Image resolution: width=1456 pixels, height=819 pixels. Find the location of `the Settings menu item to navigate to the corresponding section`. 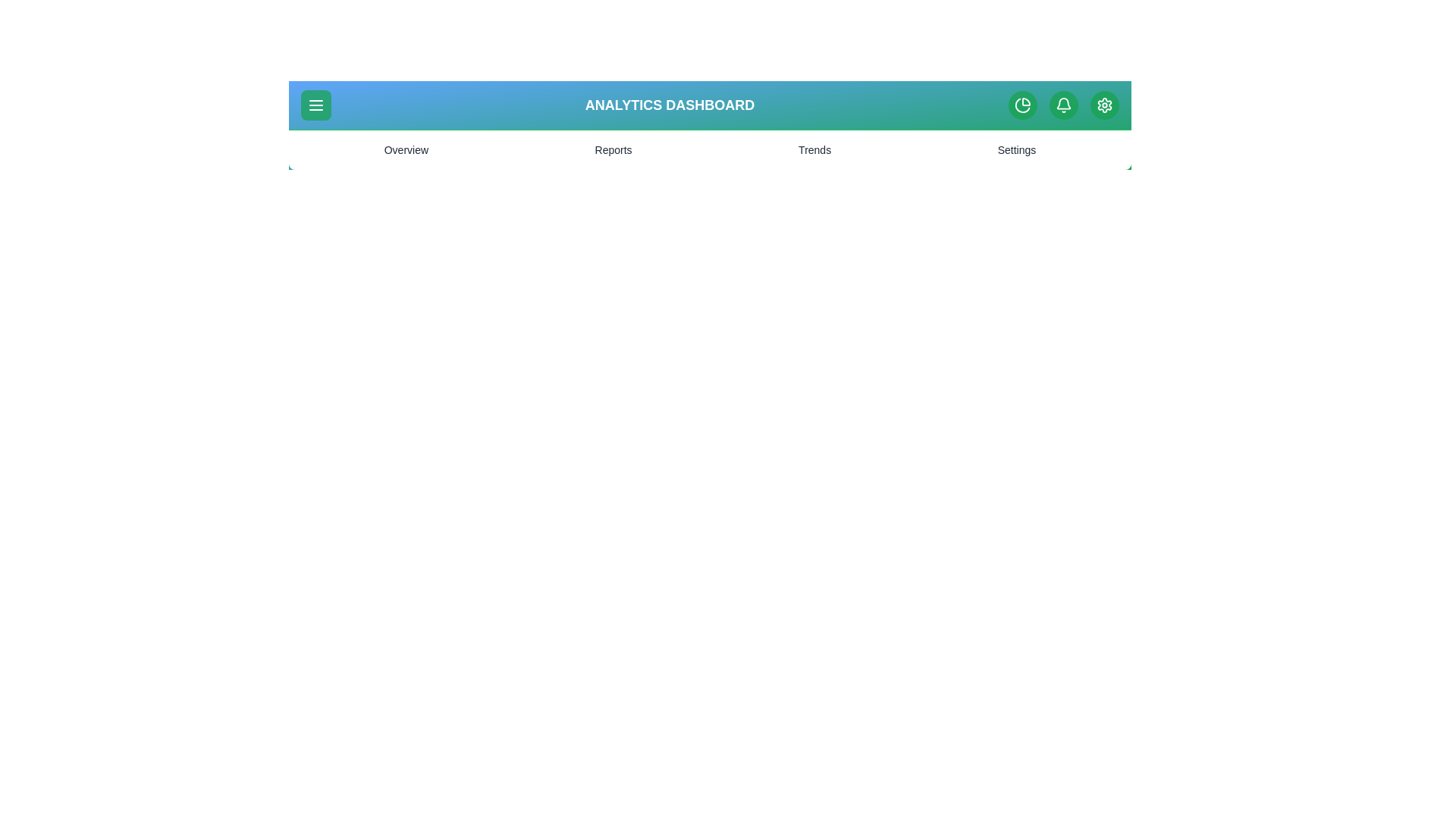

the Settings menu item to navigate to the corresponding section is located at coordinates (1016, 149).